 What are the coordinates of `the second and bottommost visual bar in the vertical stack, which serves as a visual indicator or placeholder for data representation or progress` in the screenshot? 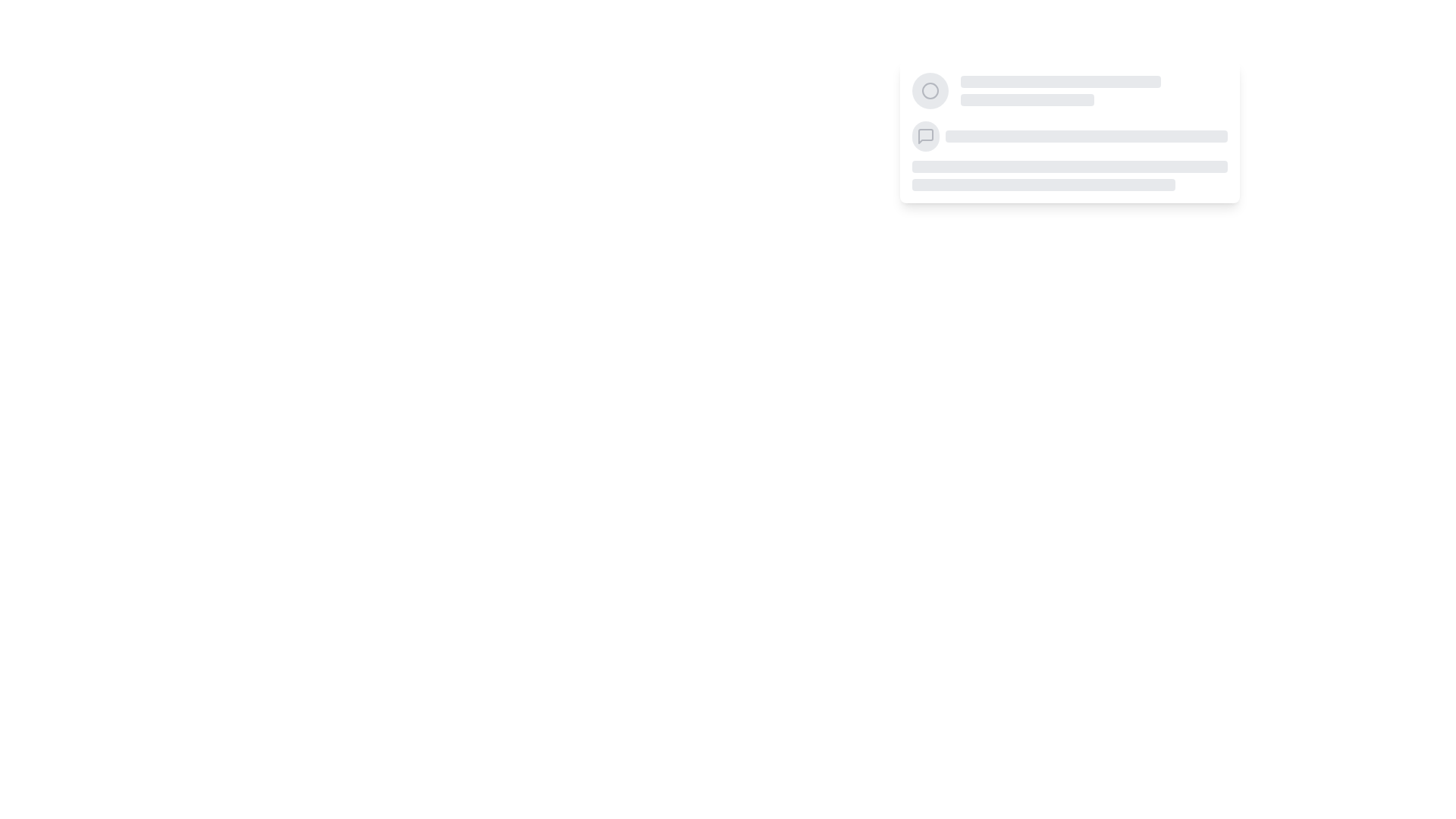 It's located at (1027, 99).